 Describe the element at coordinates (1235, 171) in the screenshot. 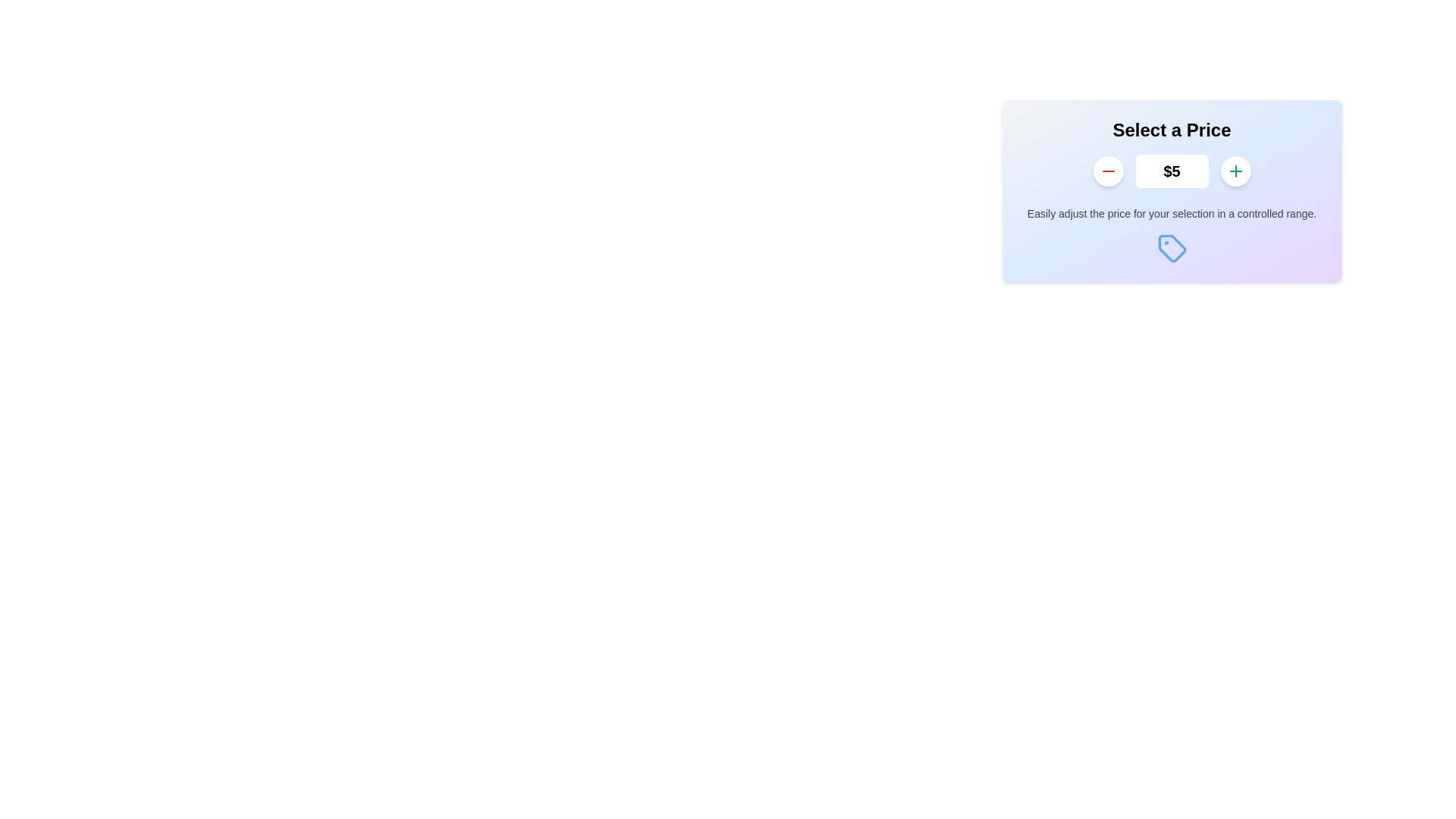

I see `the circular button with an icon located to the right of the white rectangular box displaying the value '$5' to increase the price value` at that location.